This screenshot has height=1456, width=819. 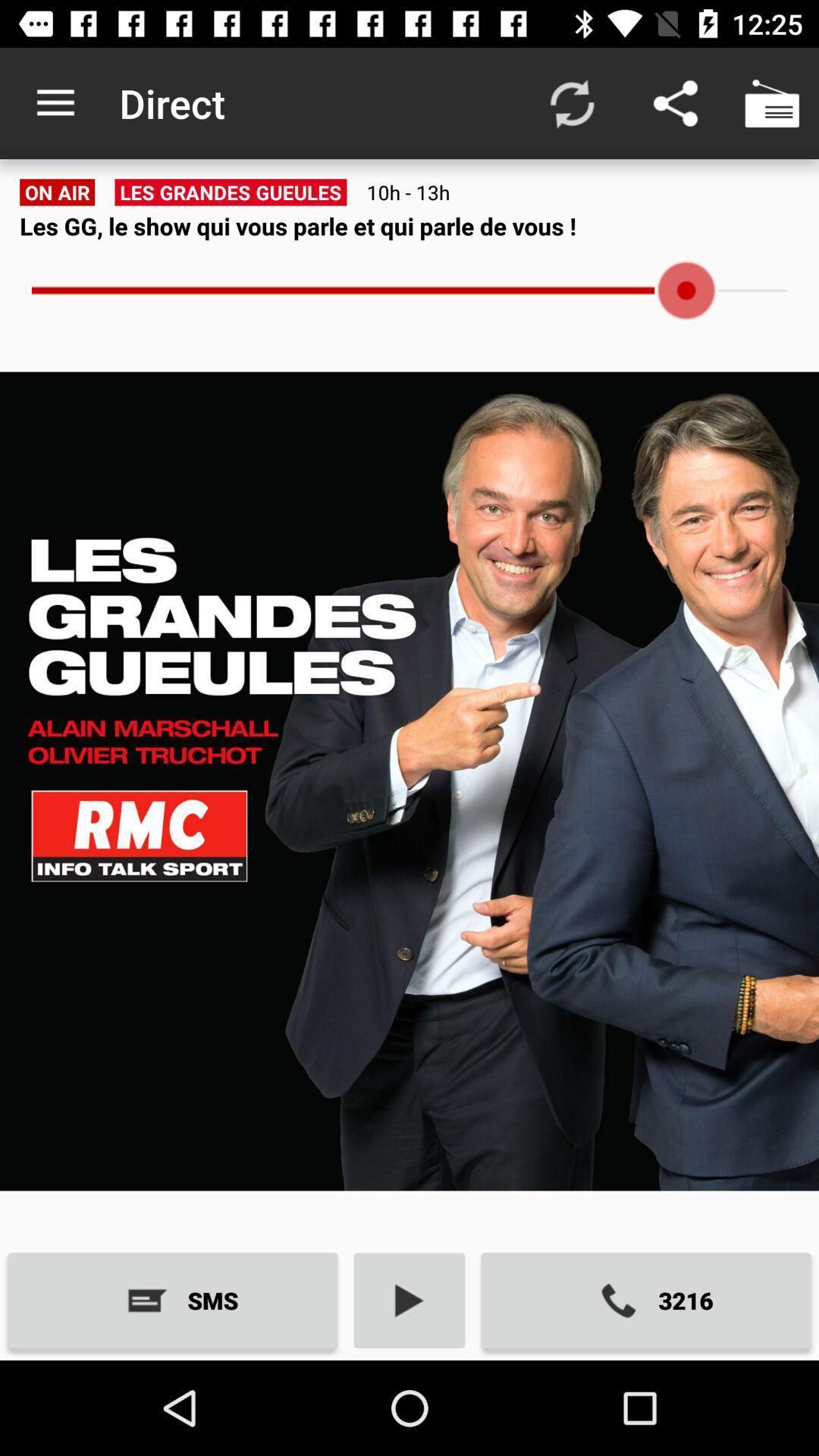 What do you see at coordinates (171, 1300) in the screenshot?
I see `sms` at bounding box center [171, 1300].